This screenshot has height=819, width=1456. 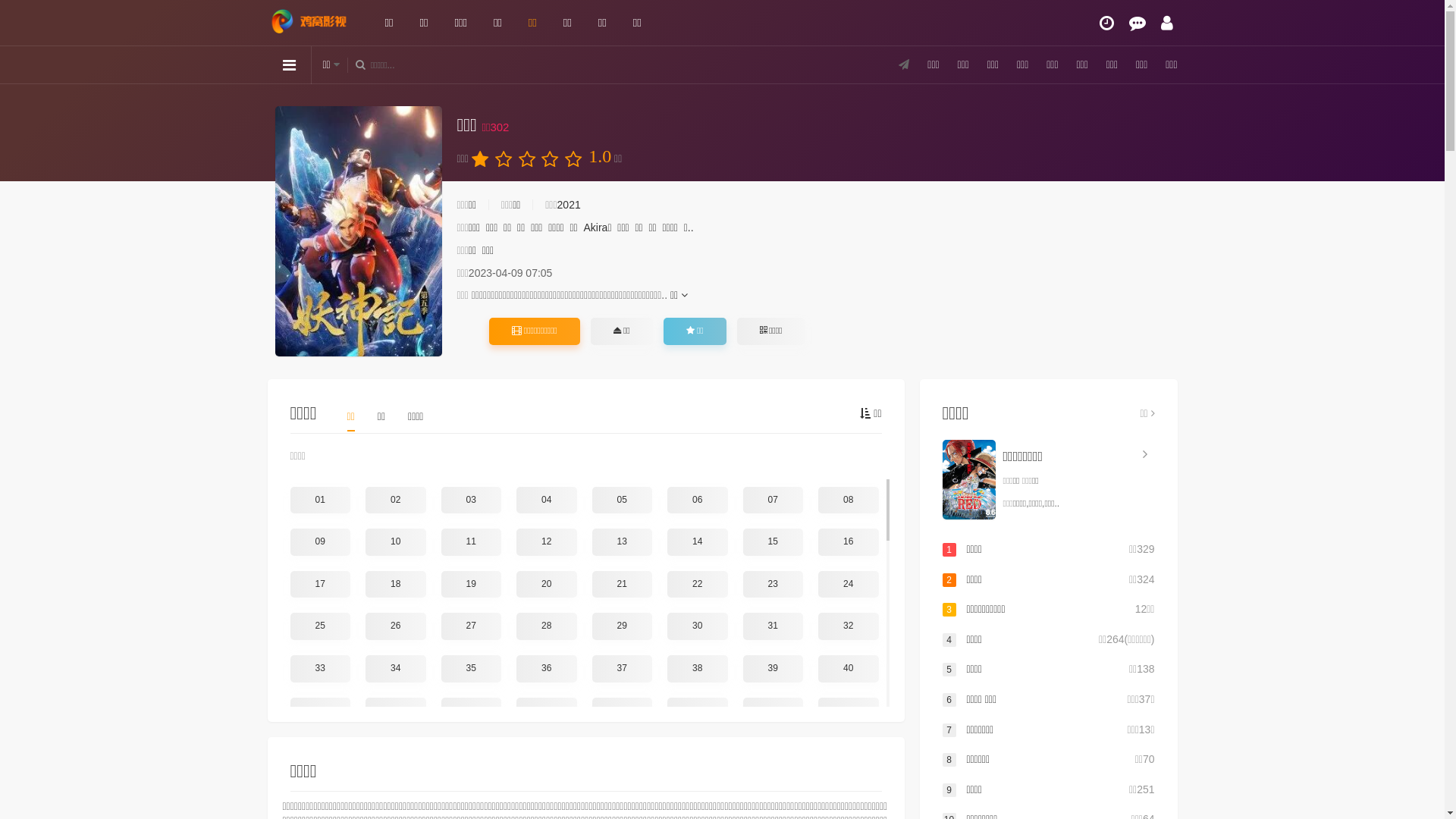 I want to click on '13', so click(x=622, y=541).